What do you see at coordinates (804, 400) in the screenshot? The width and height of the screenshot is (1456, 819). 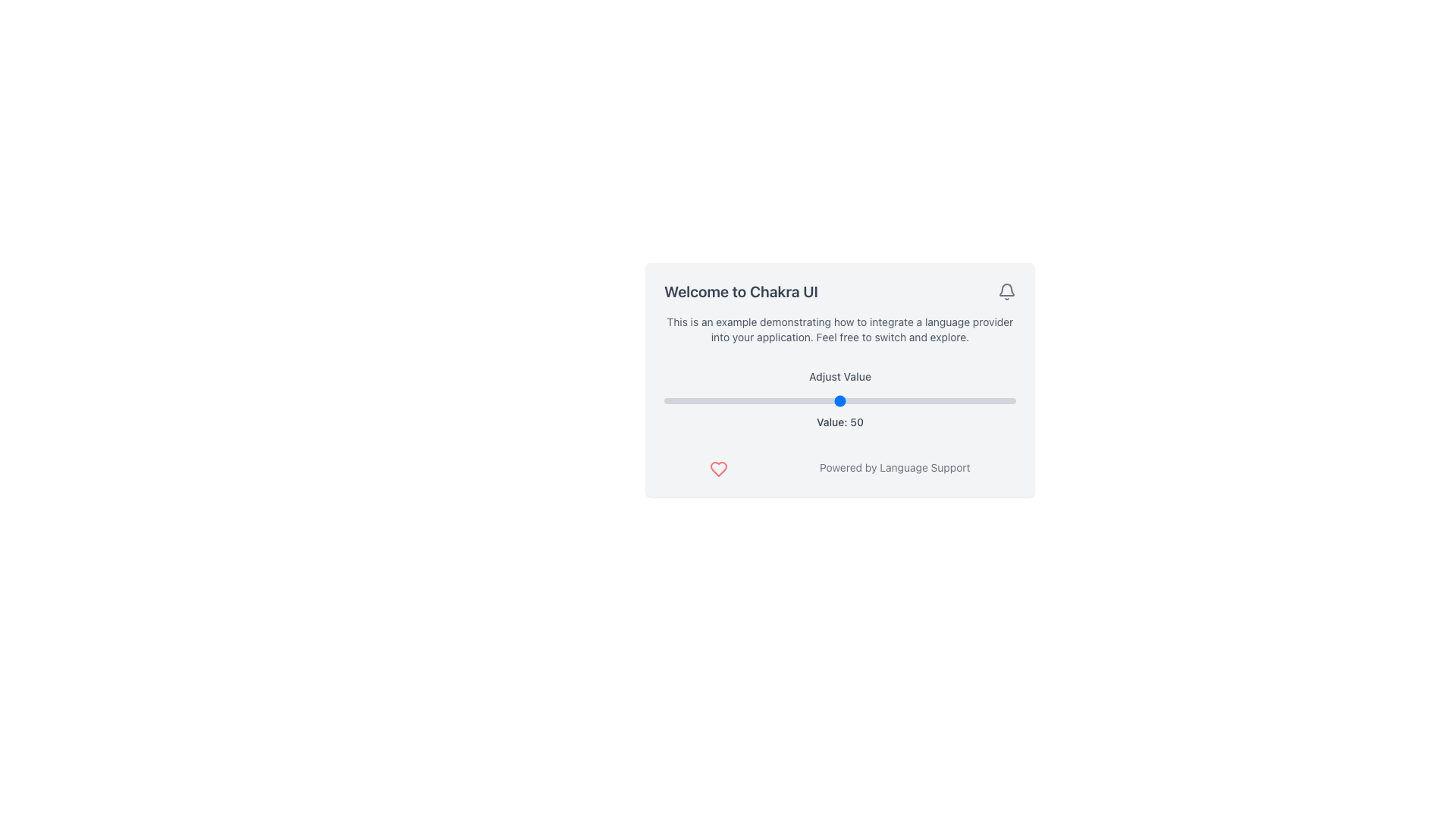 I see `the adjustment slider` at bounding box center [804, 400].